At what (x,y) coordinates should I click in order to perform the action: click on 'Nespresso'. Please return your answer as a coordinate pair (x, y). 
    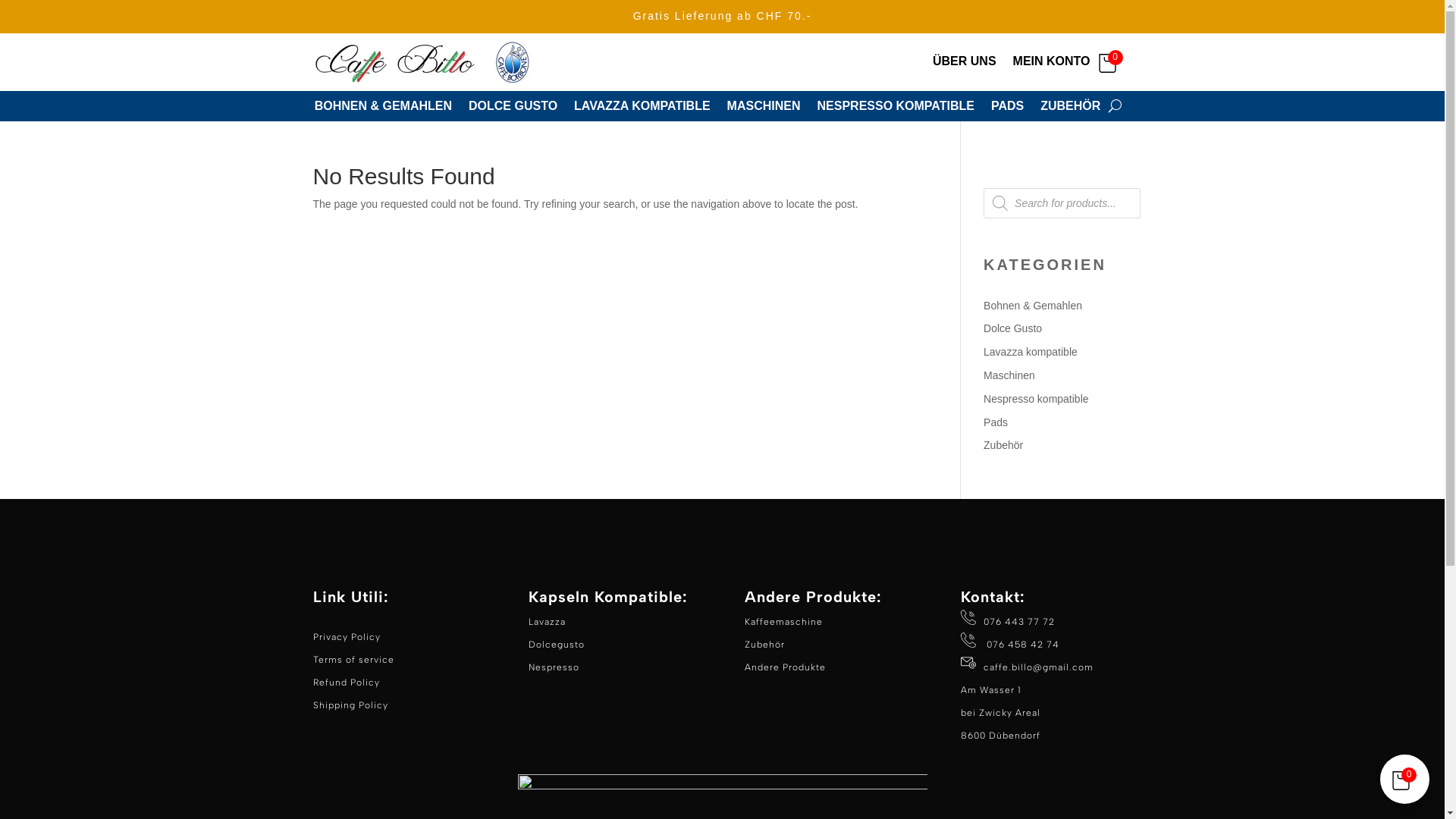
    Looking at the image, I should click on (553, 666).